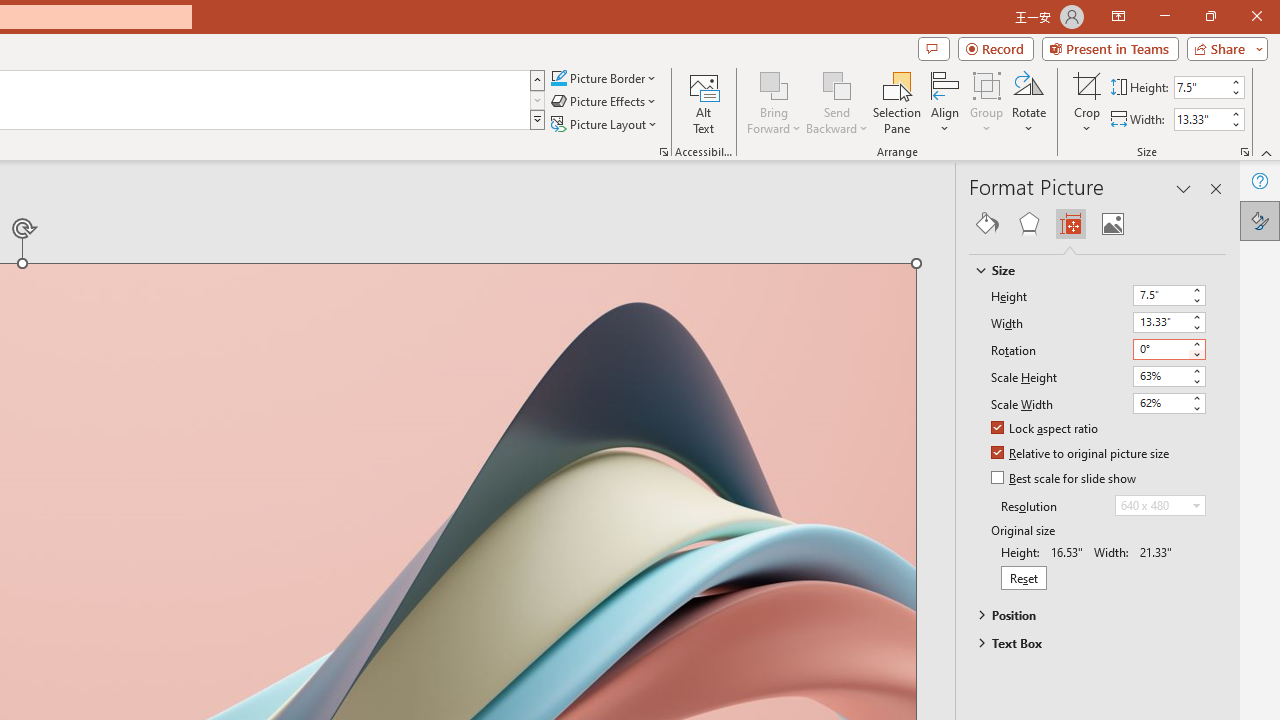 The width and height of the screenshot is (1280, 720). Describe the element at coordinates (987, 223) in the screenshot. I see `'Fill & Line'` at that location.